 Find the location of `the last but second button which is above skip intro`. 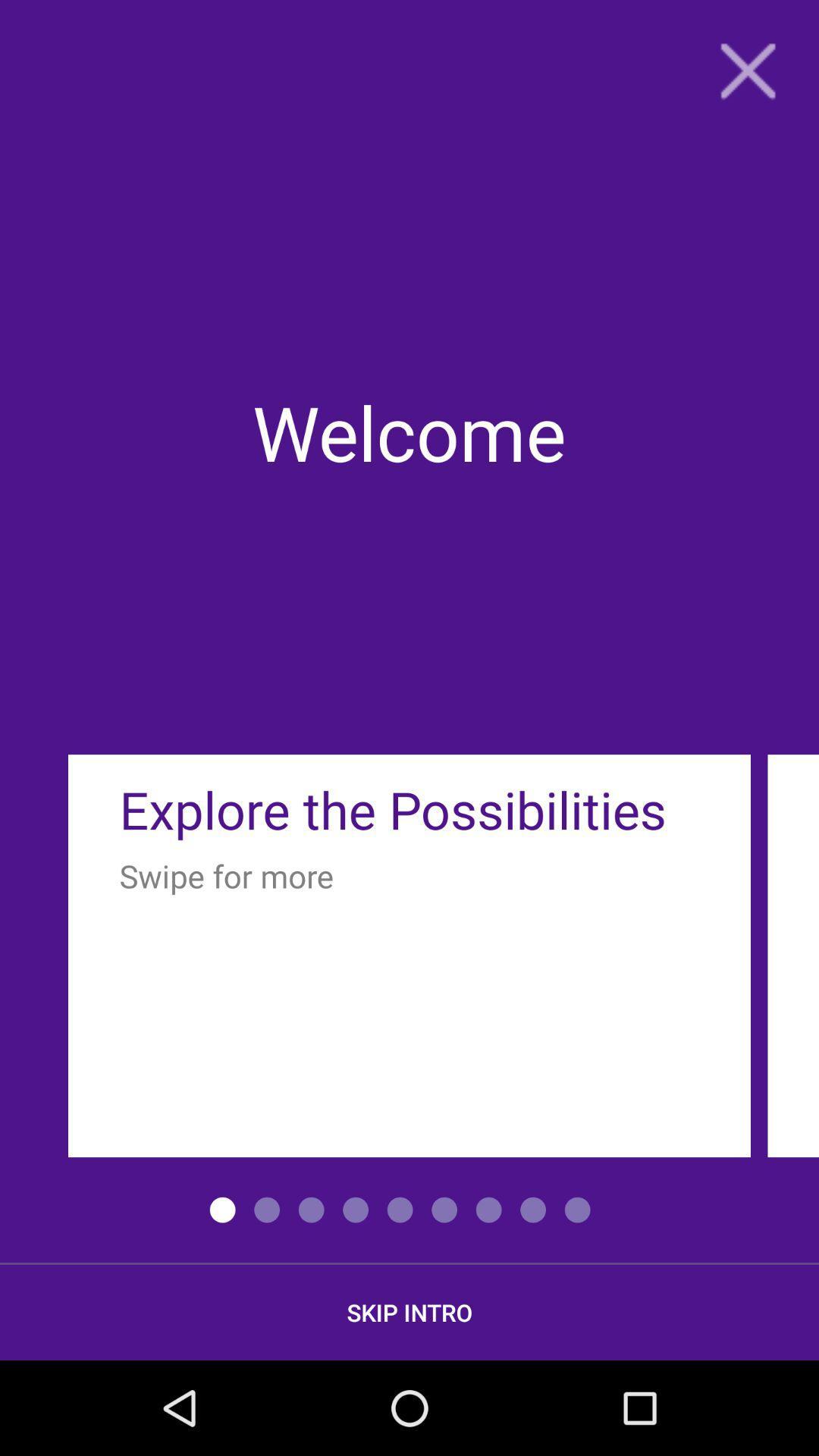

the last but second button which is above skip intro is located at coordinates (488, 1210).